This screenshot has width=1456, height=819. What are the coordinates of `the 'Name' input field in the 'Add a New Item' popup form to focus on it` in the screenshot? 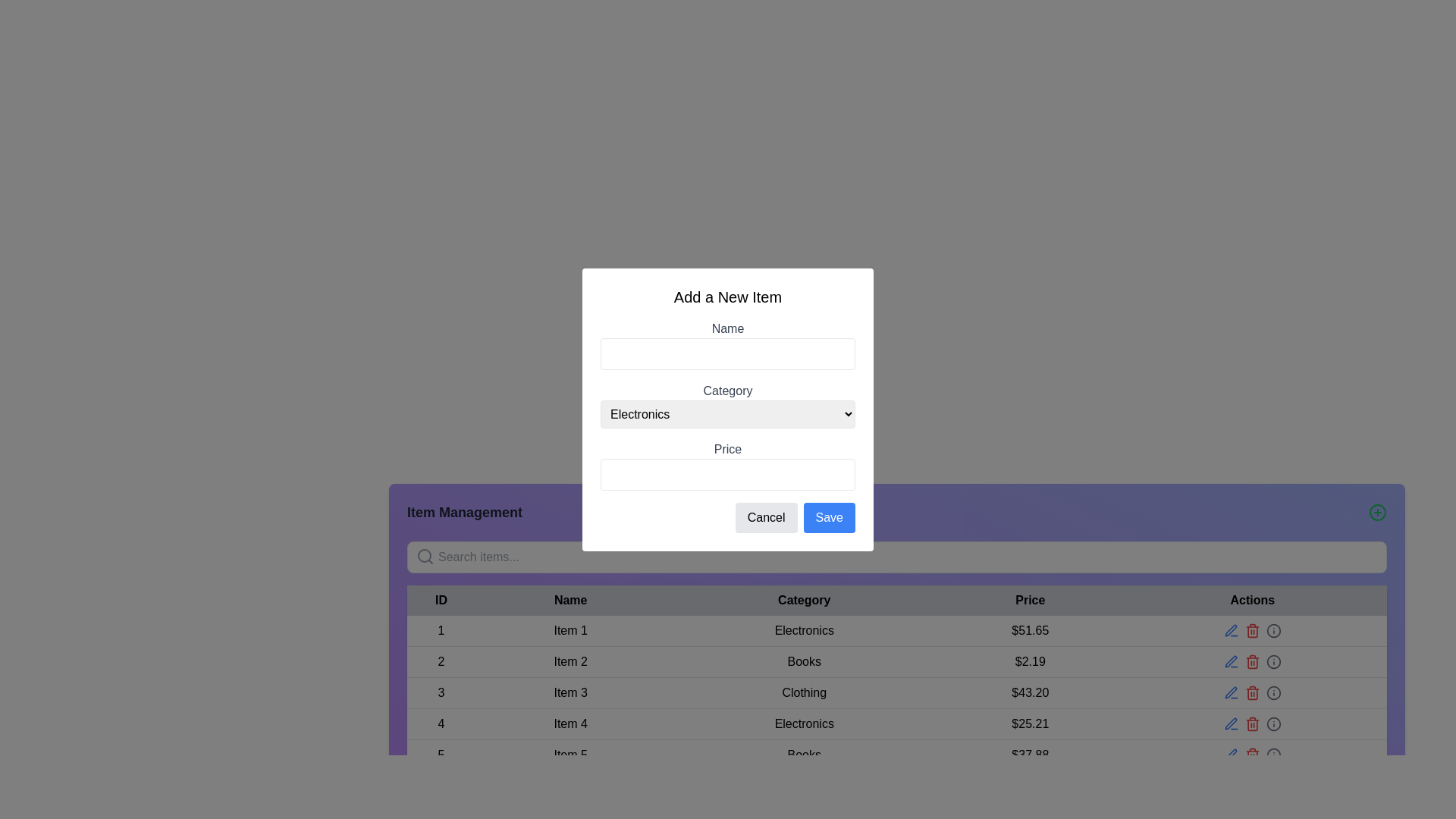 It's located at (728, 344).